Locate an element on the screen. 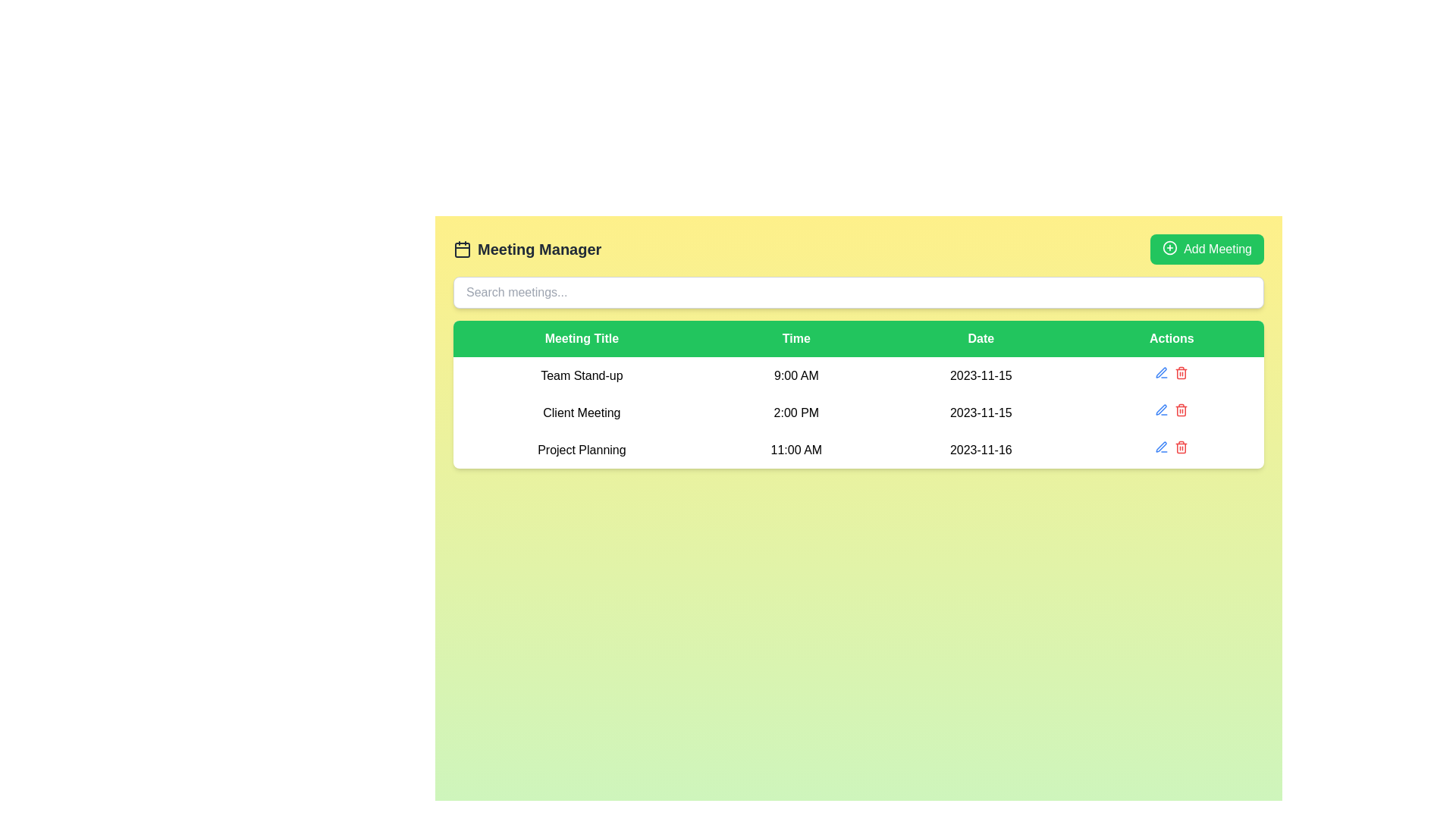 Image resolution: width=1456 pixels, height=819 pixels. first row of the meeting schedule table containing 'Team Stand-up', '9:00 AM', '2023-11-15', and its associated icons for editing and deleting is located at coordinates (858, 375).